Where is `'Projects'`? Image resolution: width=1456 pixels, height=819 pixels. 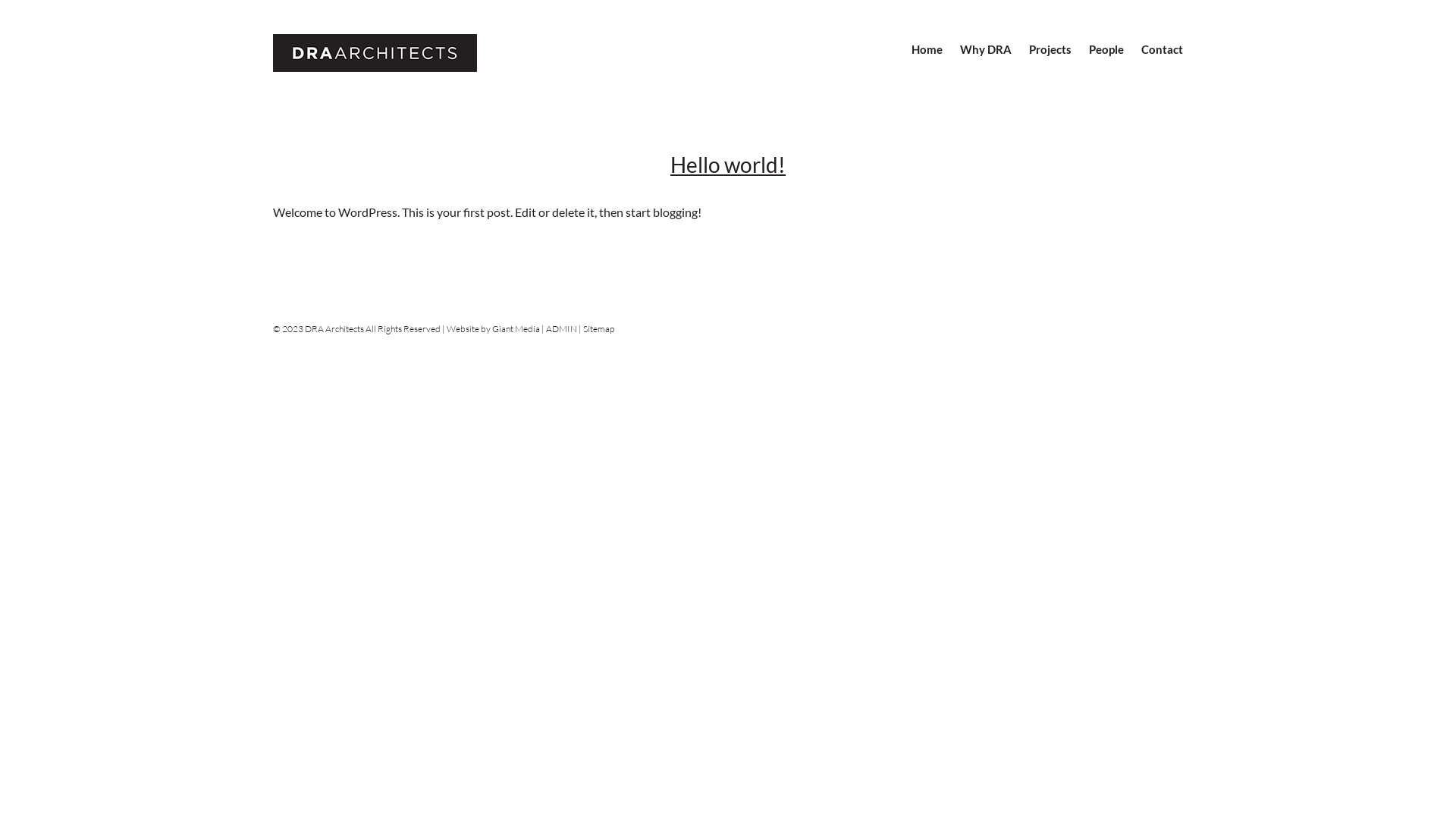
'Projects' is located at coordinates (1012, 58).